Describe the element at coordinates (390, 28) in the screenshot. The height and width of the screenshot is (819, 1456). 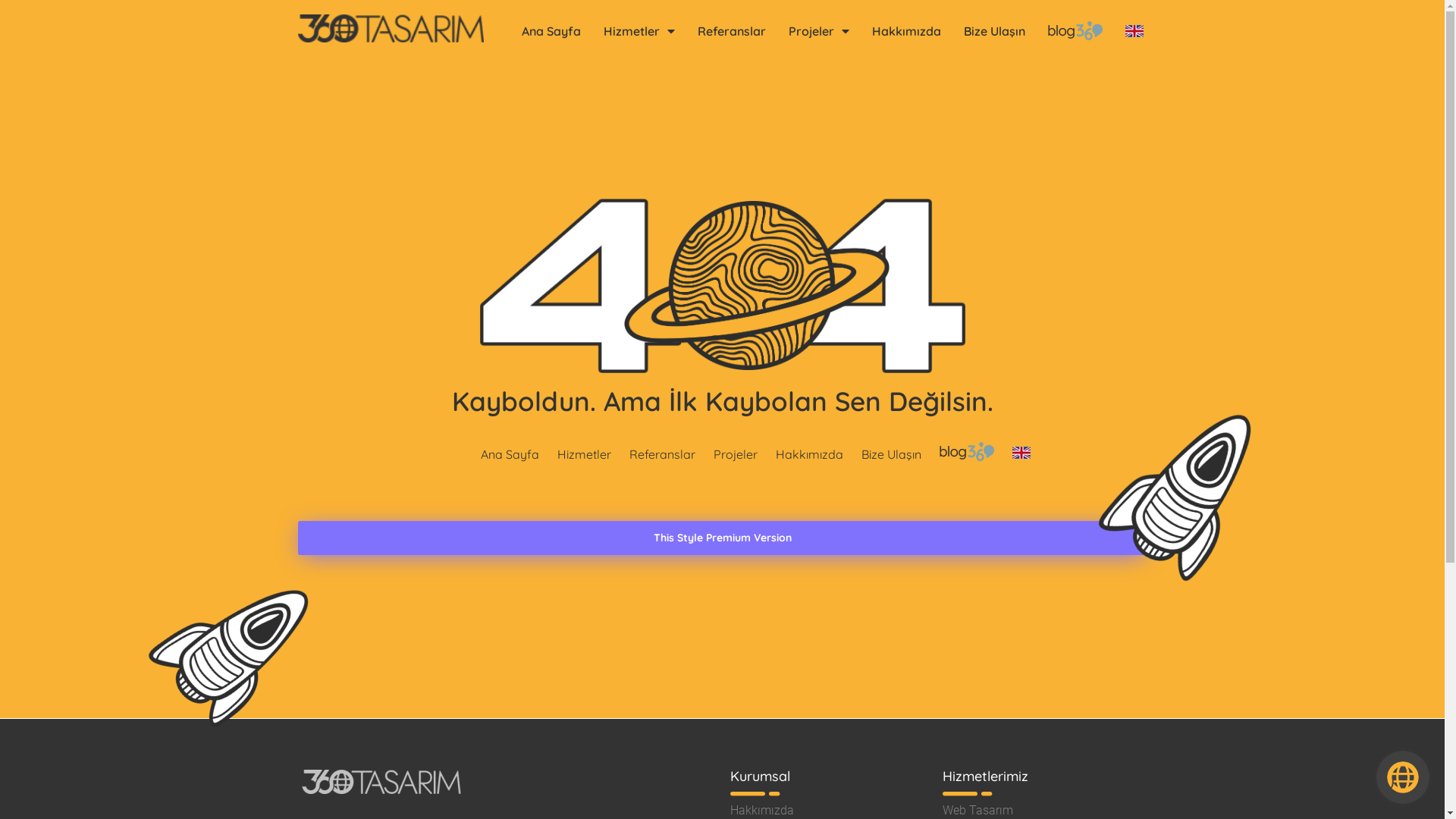
I see `'360tasarim-logo'` at that location.